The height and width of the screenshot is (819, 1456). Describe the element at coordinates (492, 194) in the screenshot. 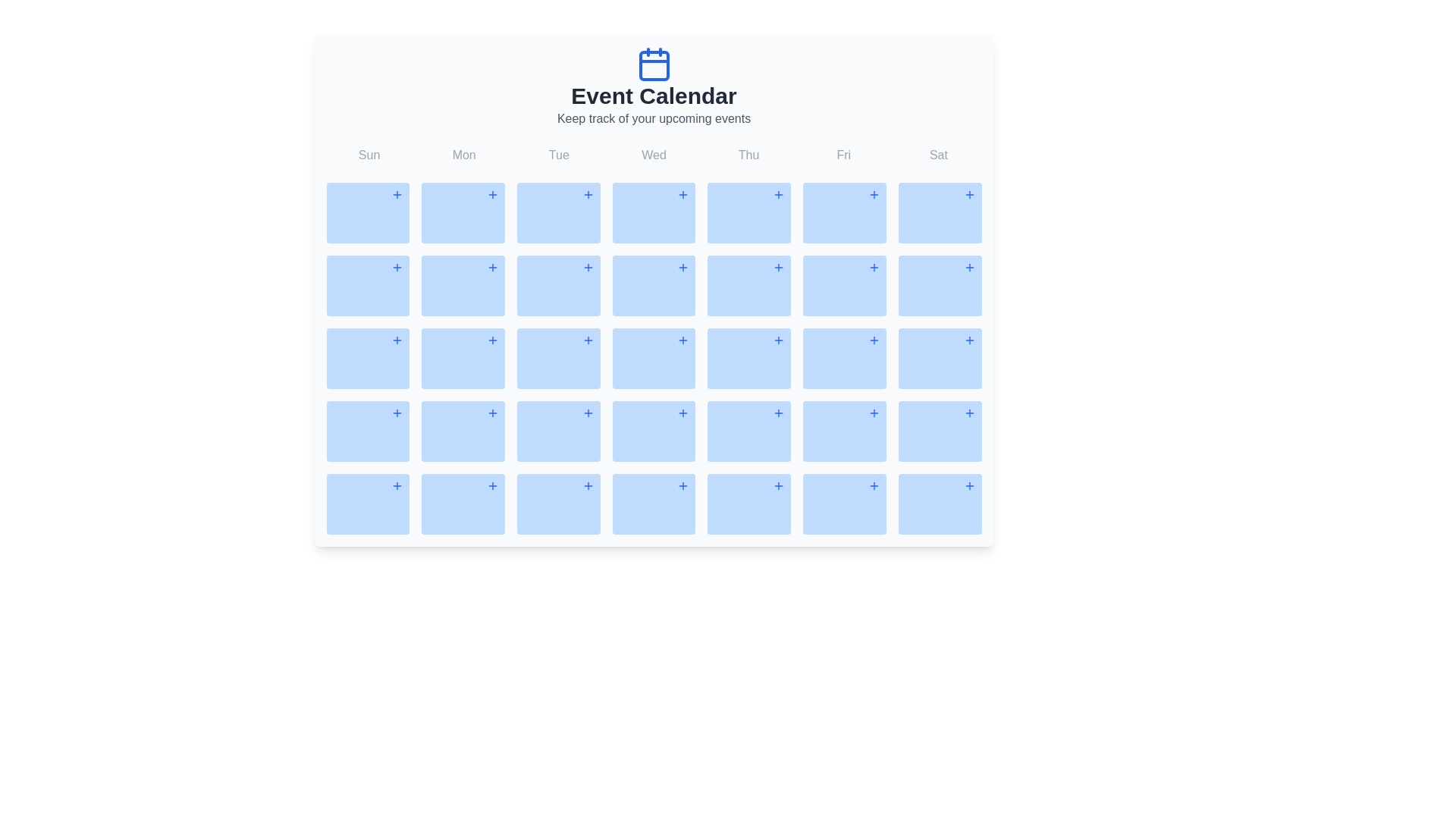

I see `the blue '+' icon button located at the top-right corner of the Monday card in the calendar grid` at that location.